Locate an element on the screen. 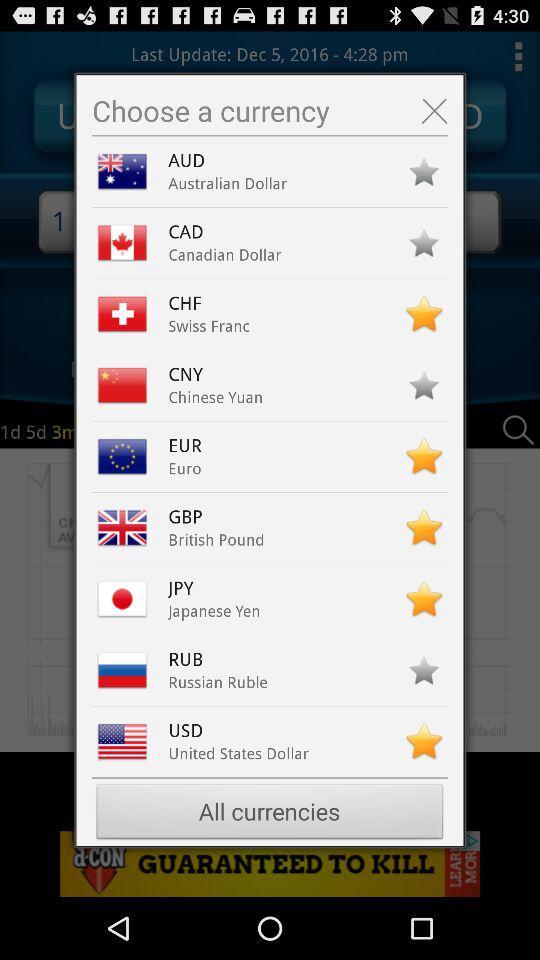 The image size is (540, 960). all currencies is located at coordinates (270, 814).